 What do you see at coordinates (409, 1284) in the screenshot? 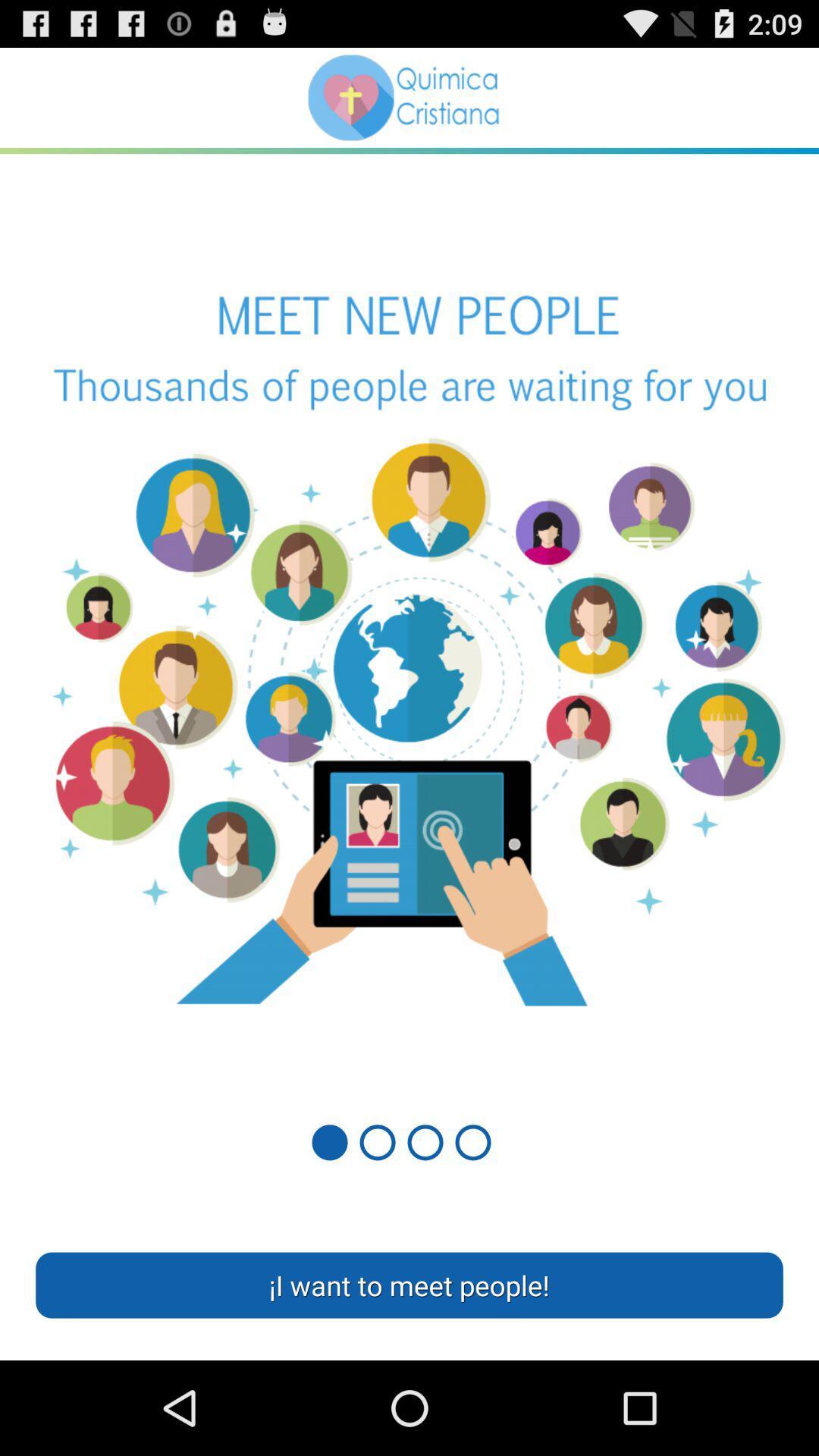
I see `the i want to item` at bounding box center [409, 1284].